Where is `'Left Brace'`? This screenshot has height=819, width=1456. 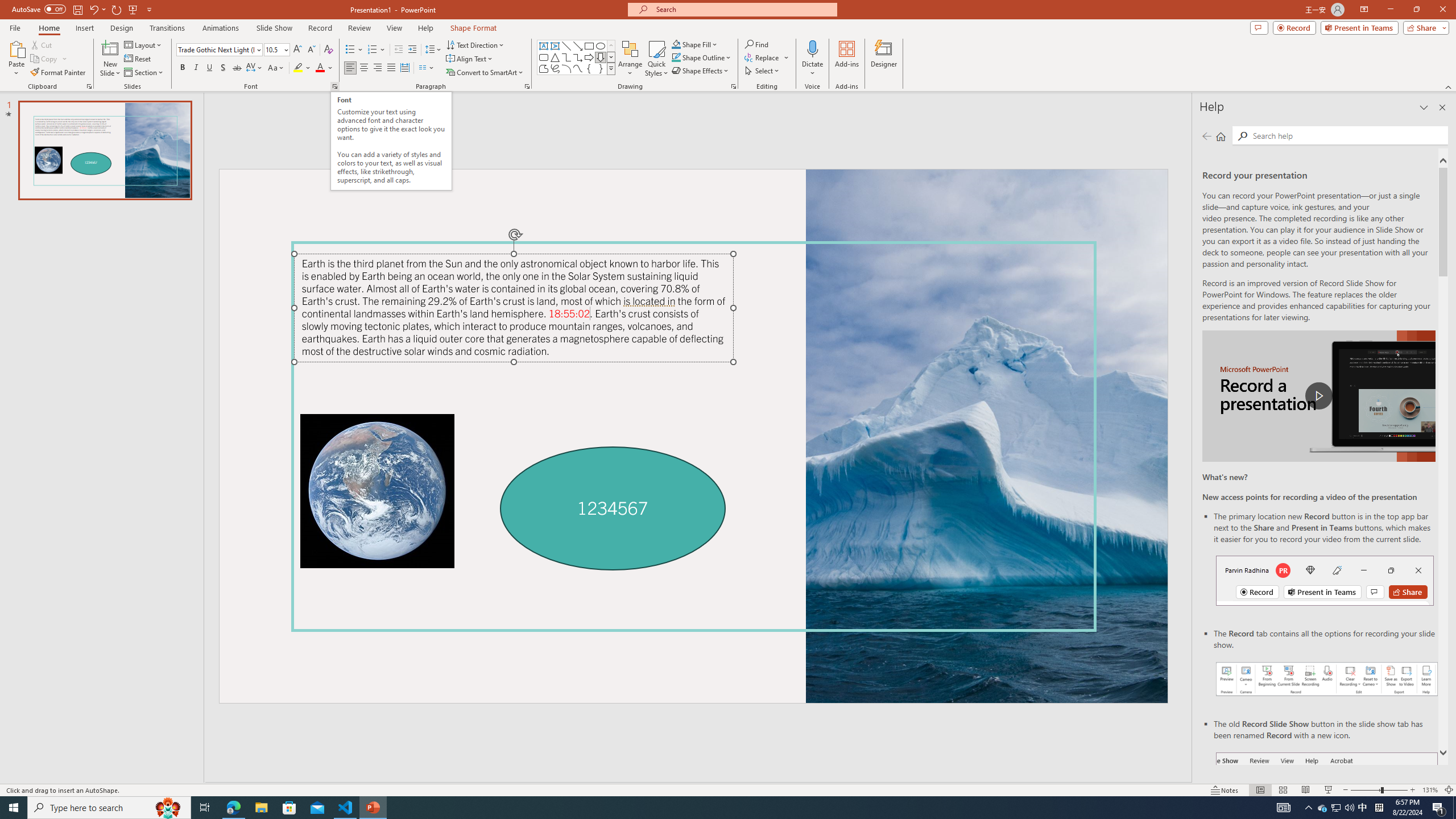
'Left Brace' is located at coordinates (589, 68).